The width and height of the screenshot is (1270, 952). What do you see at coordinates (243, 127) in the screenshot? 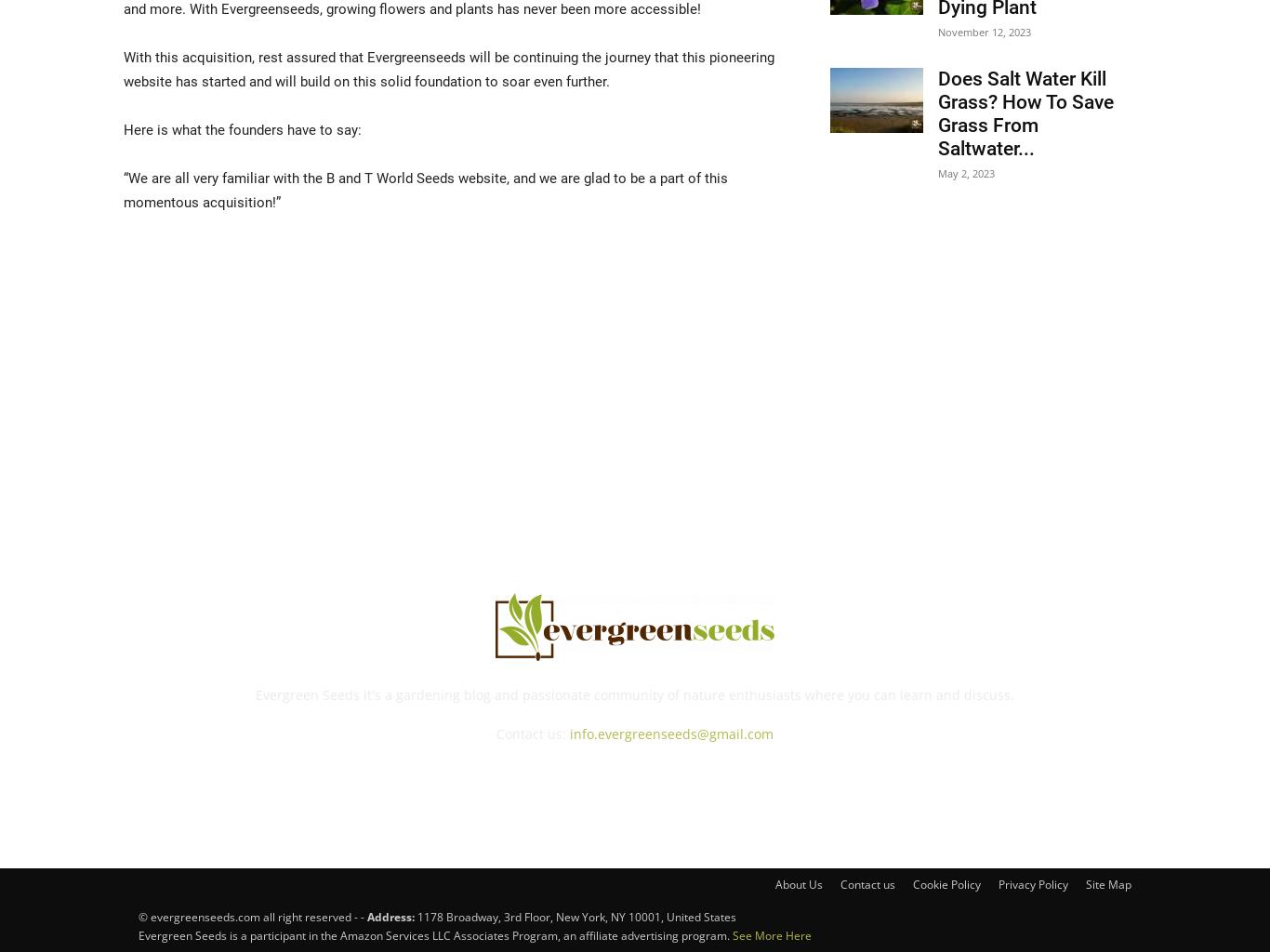
I see `'Here is what the founders have to say:'` at bounding box center [243, 127].